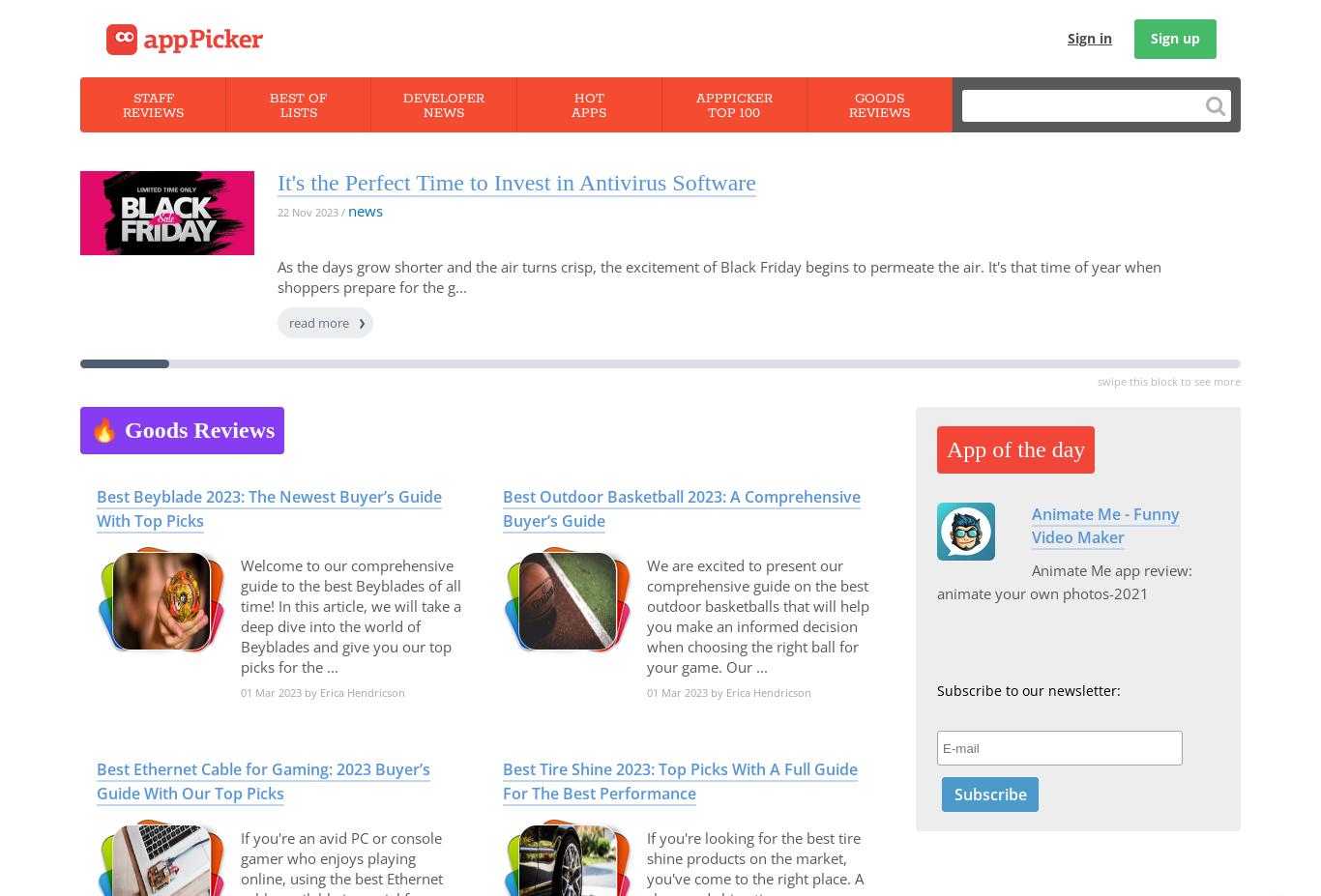 The image size is (1321, 896). I want to click on 'Lists', so click(298, 112).